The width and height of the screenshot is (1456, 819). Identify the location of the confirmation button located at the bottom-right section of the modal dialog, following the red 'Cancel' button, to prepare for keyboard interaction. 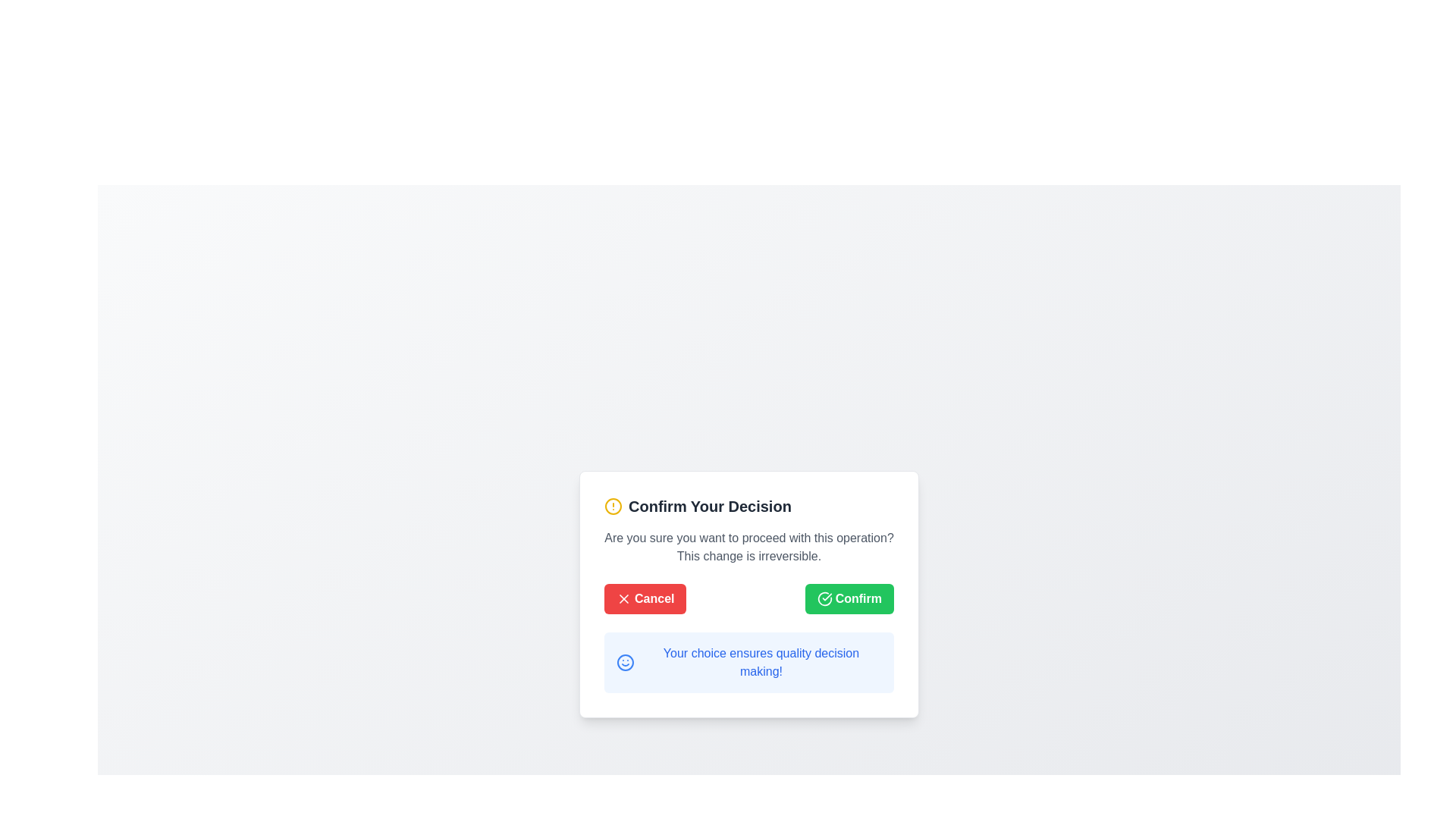
(849, 598).